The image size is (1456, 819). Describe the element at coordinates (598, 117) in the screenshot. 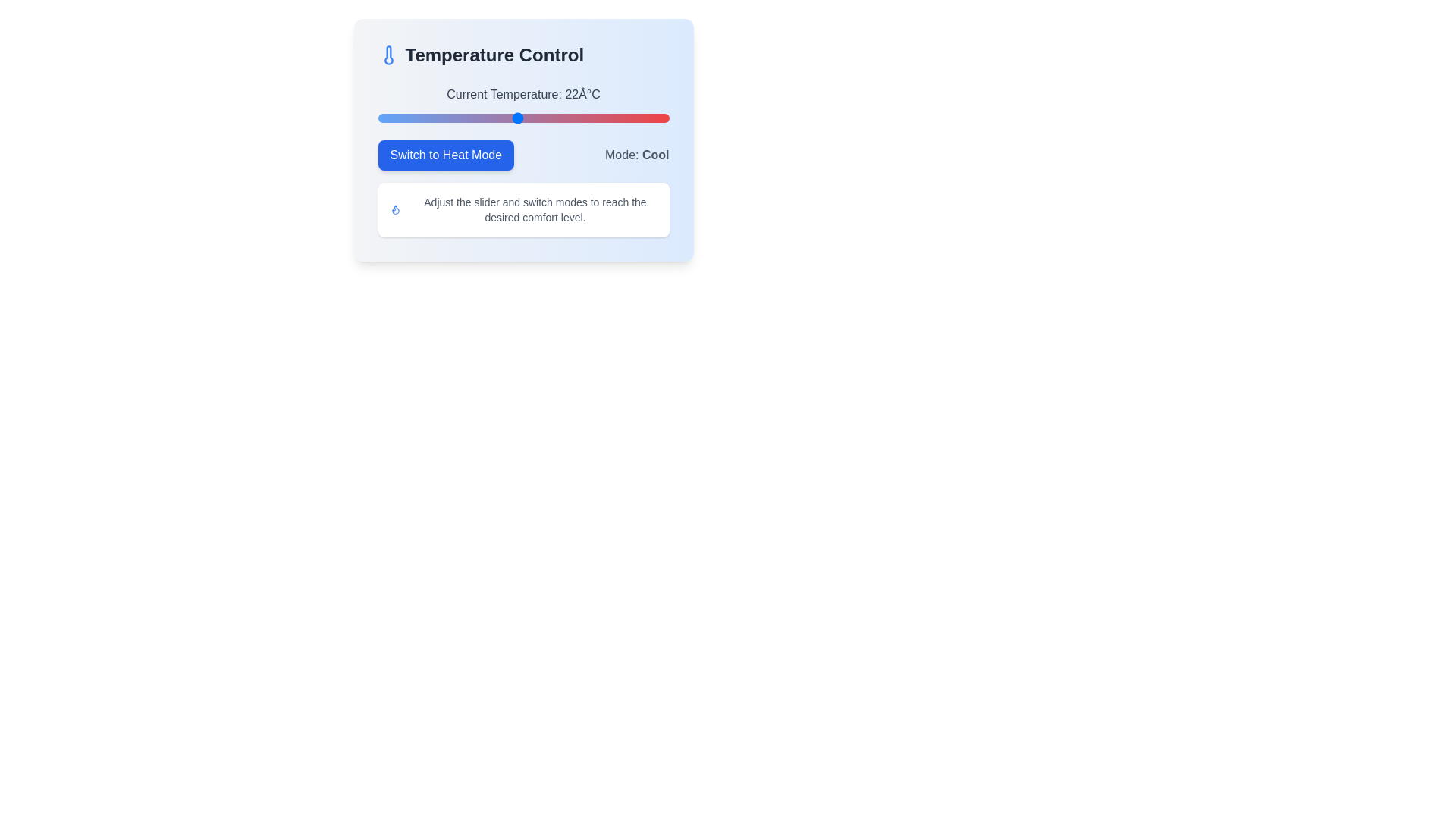

I see `the temperature slider to set the value to 29°C` at that location.